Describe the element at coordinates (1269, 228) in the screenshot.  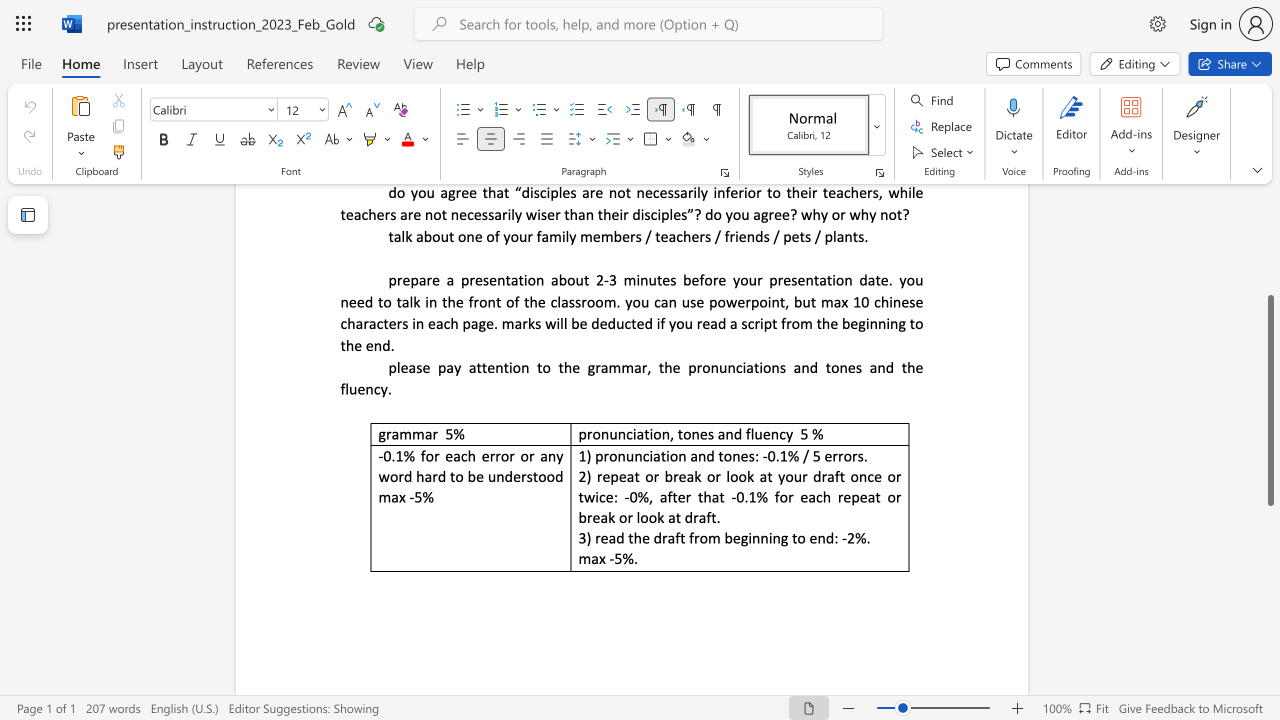
I see `the scrollbar to slide the page up` at that location.